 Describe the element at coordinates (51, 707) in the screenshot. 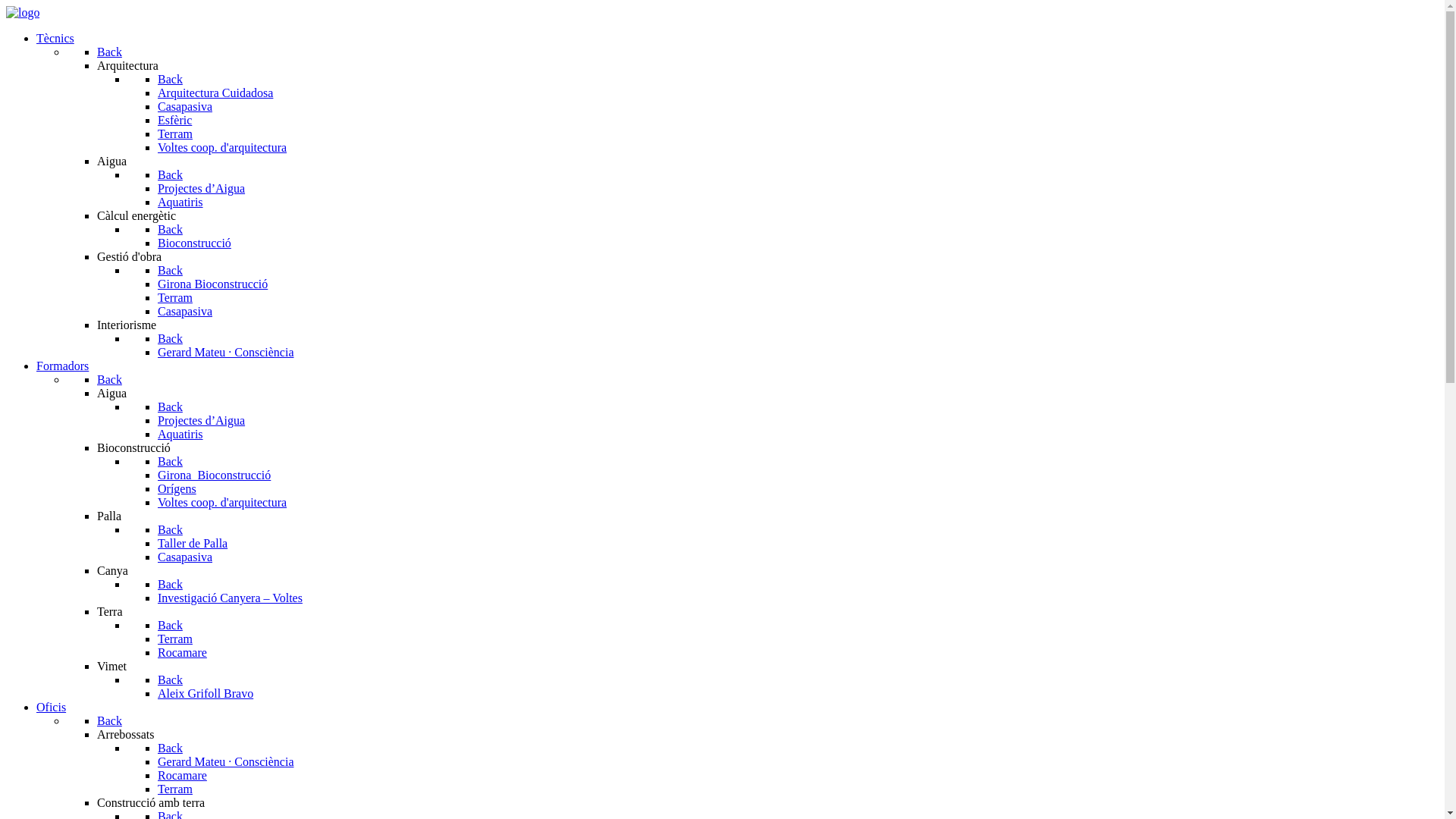

I see `'Oficis'` at that location.